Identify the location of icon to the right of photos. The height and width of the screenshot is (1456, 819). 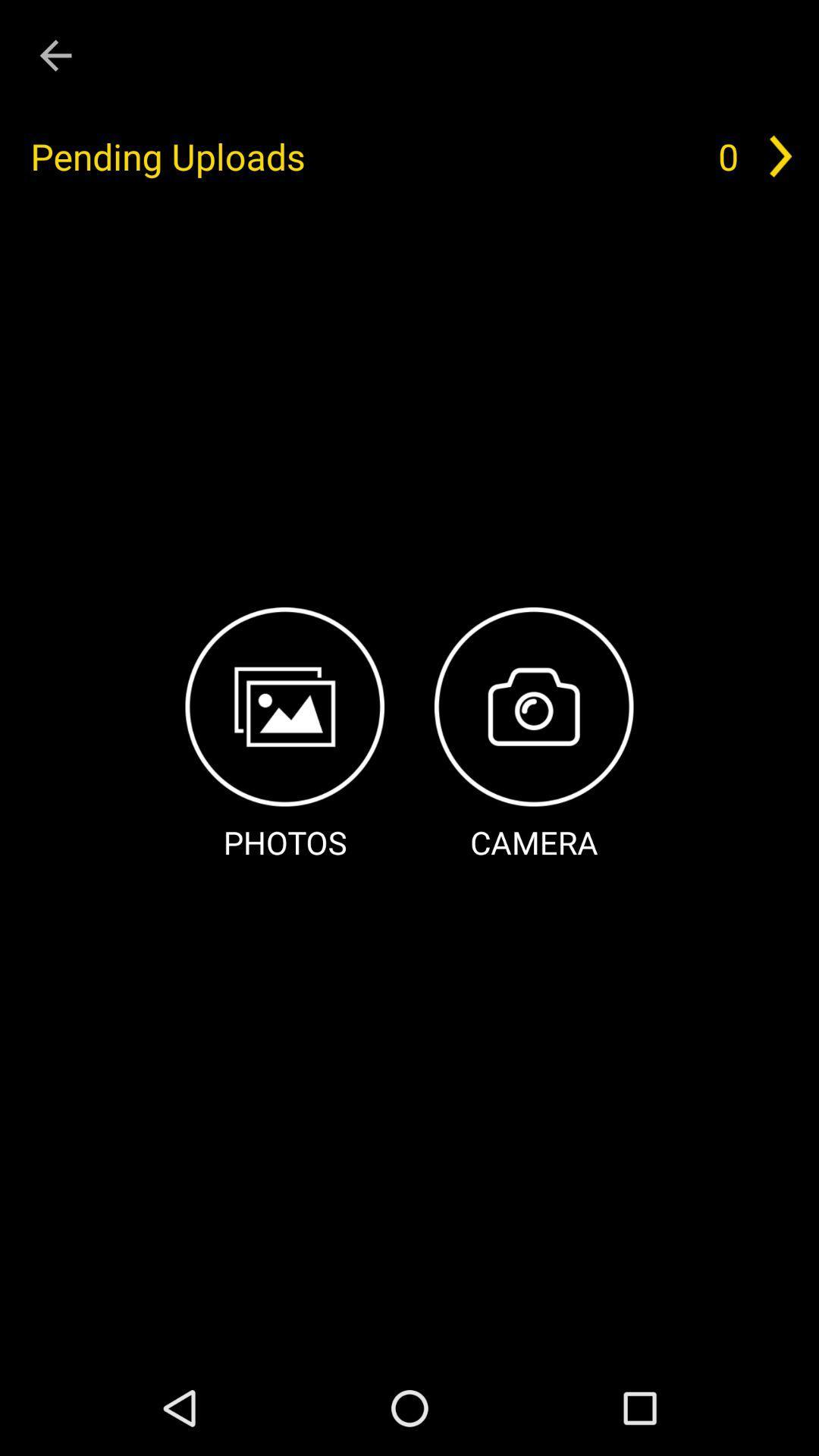
(533, 736).